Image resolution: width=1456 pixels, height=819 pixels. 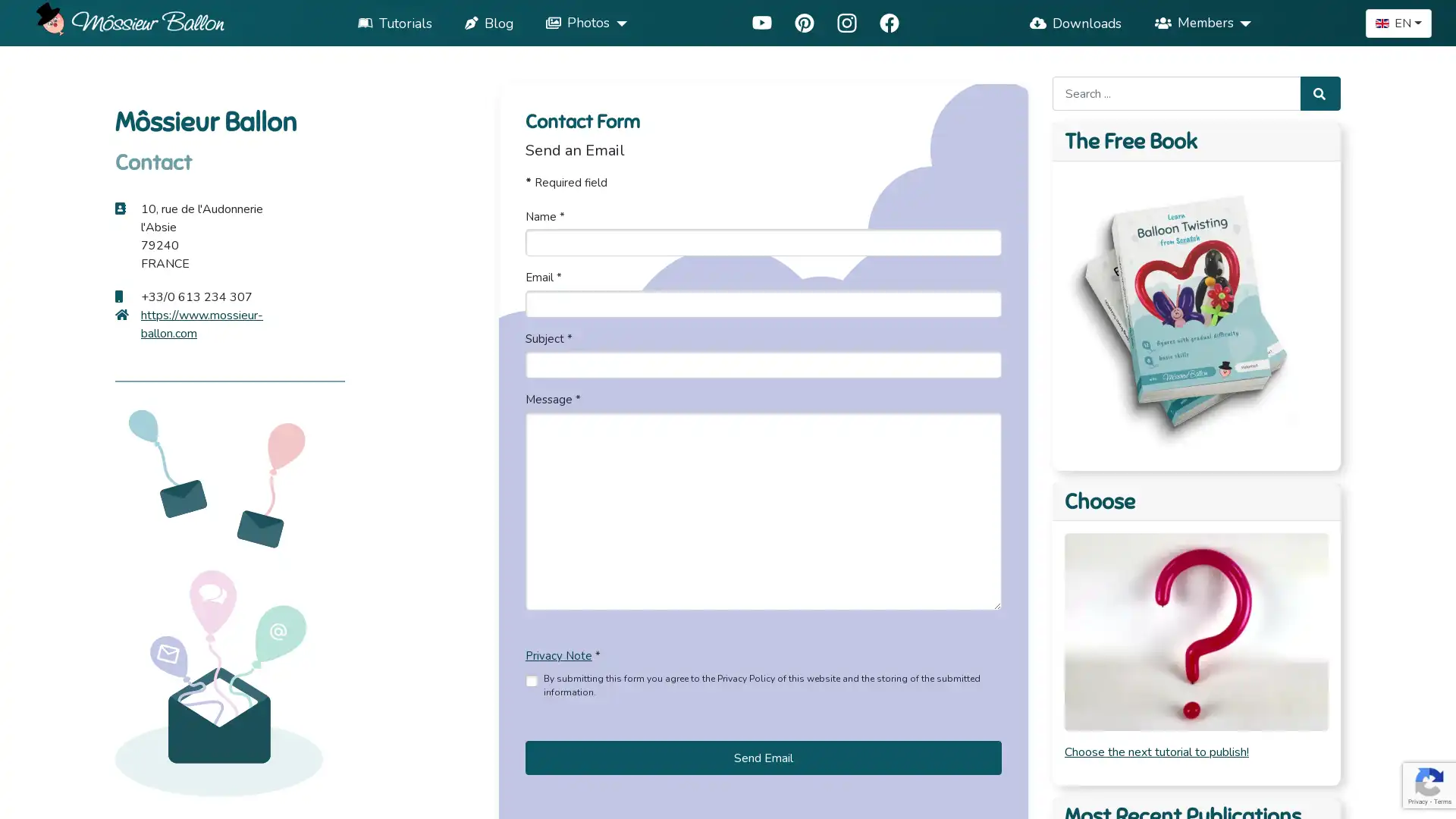 I want to click on Personalize (modal window), so click(x=1048, y=797).